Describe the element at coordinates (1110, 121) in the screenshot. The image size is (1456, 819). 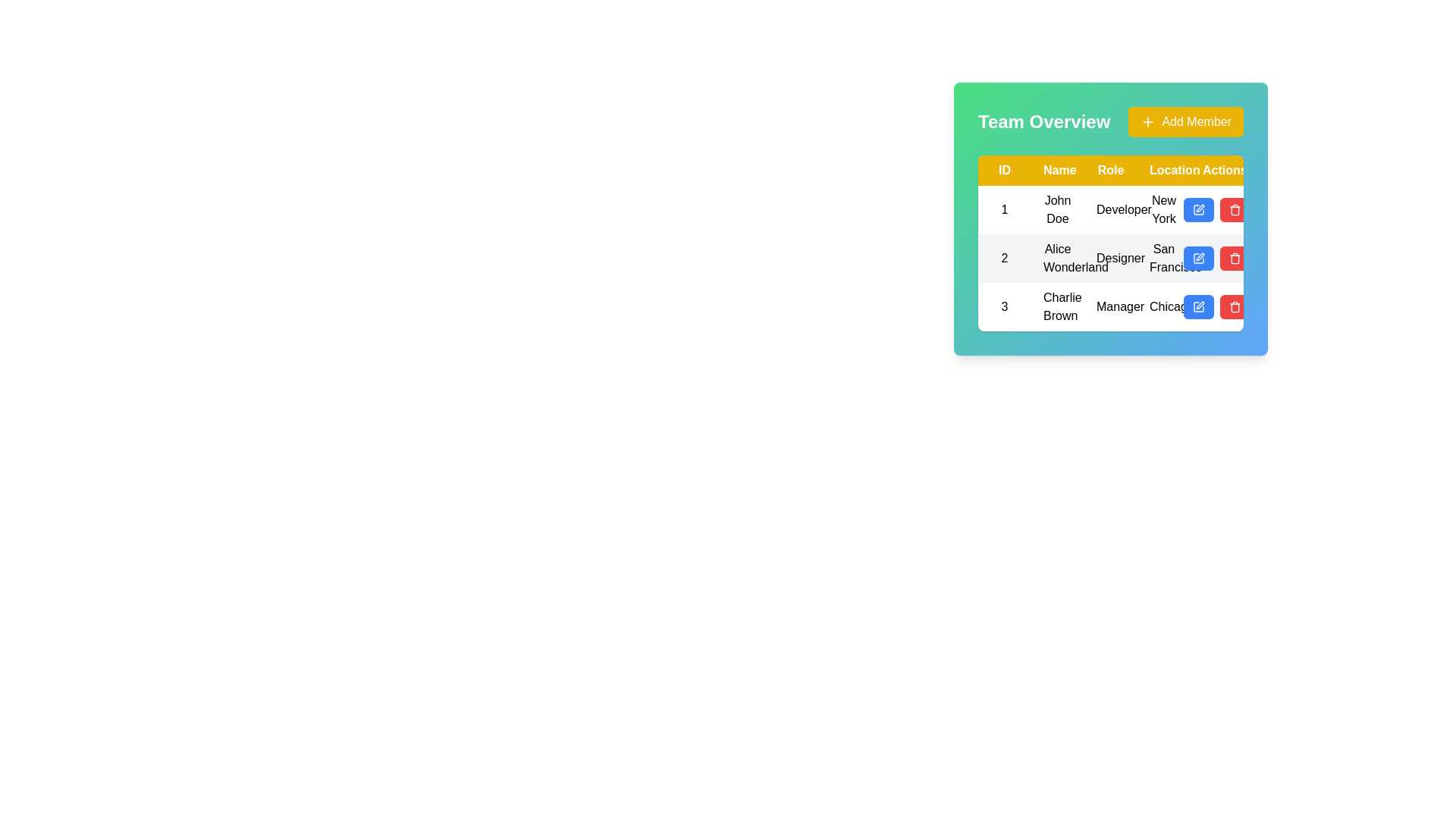
I see `the 'Team Overview' title in the header and button group` at that location.